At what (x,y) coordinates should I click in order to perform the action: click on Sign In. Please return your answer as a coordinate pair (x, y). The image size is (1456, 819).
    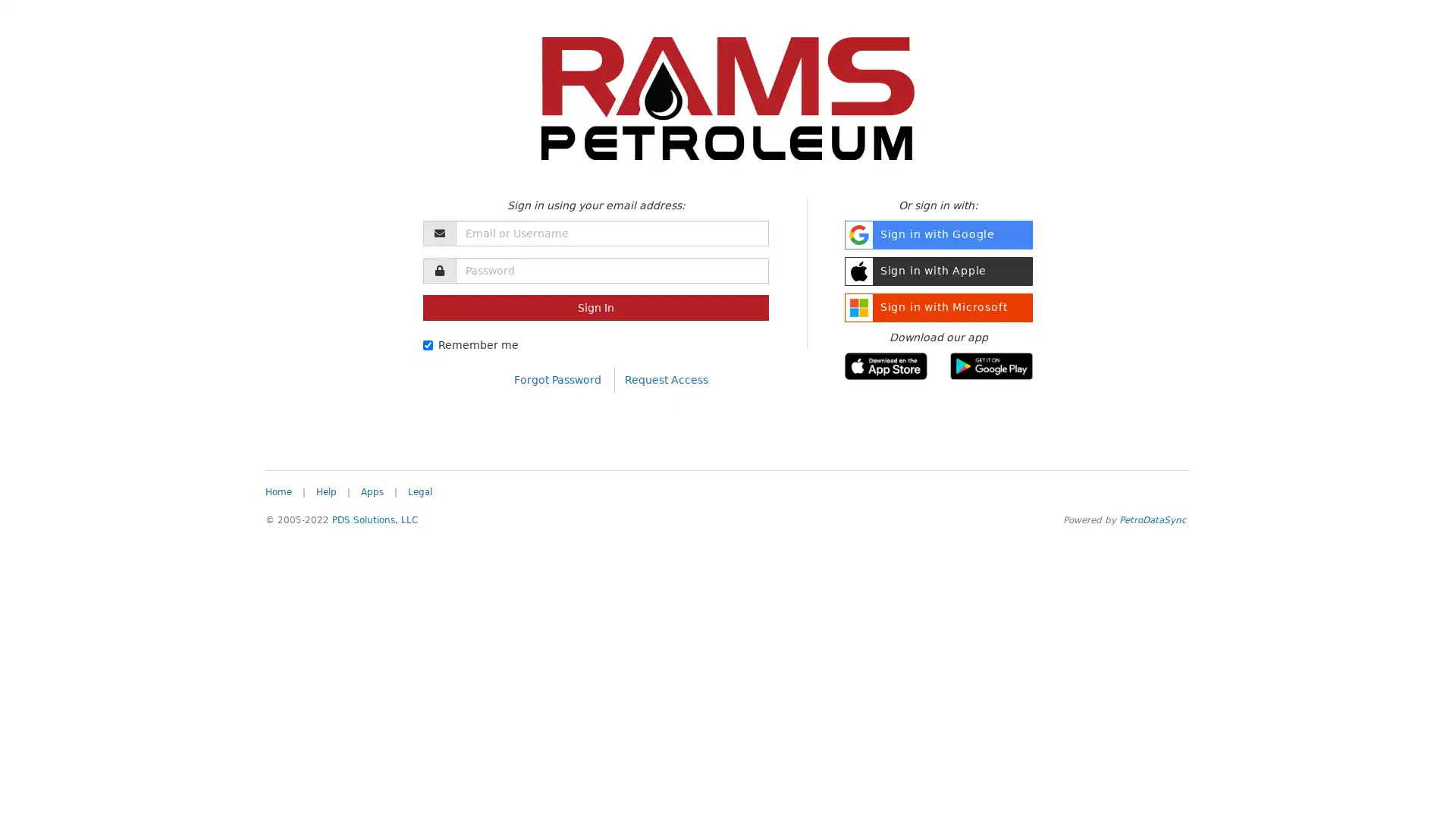
    Looking at the image, I should click on (595, 307).